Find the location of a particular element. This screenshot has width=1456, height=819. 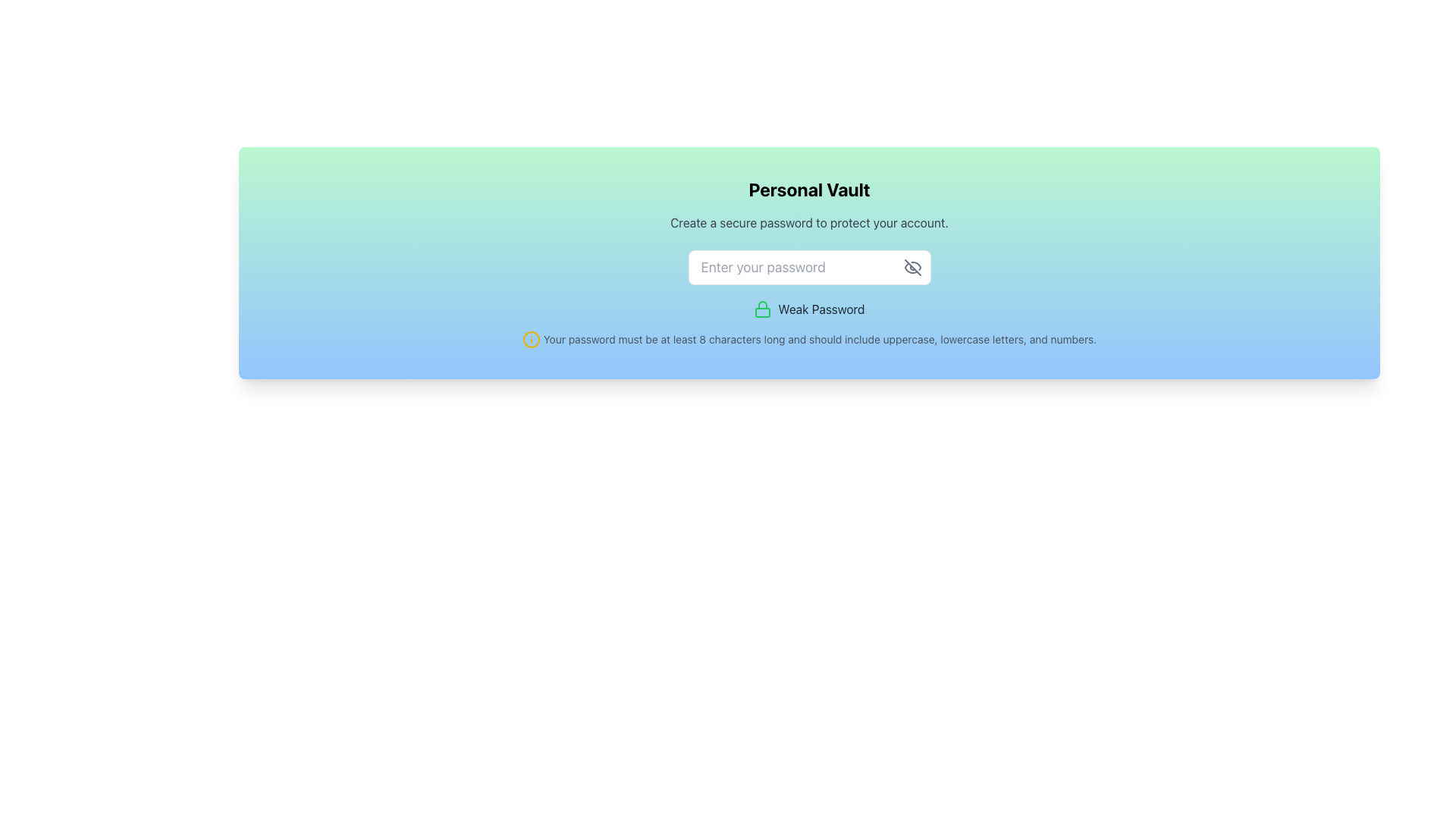

the 'Personal Vault' text label, which is styled with large bold letters and serves as the header of a section on a gradient background is located at coordinates (808, 189).